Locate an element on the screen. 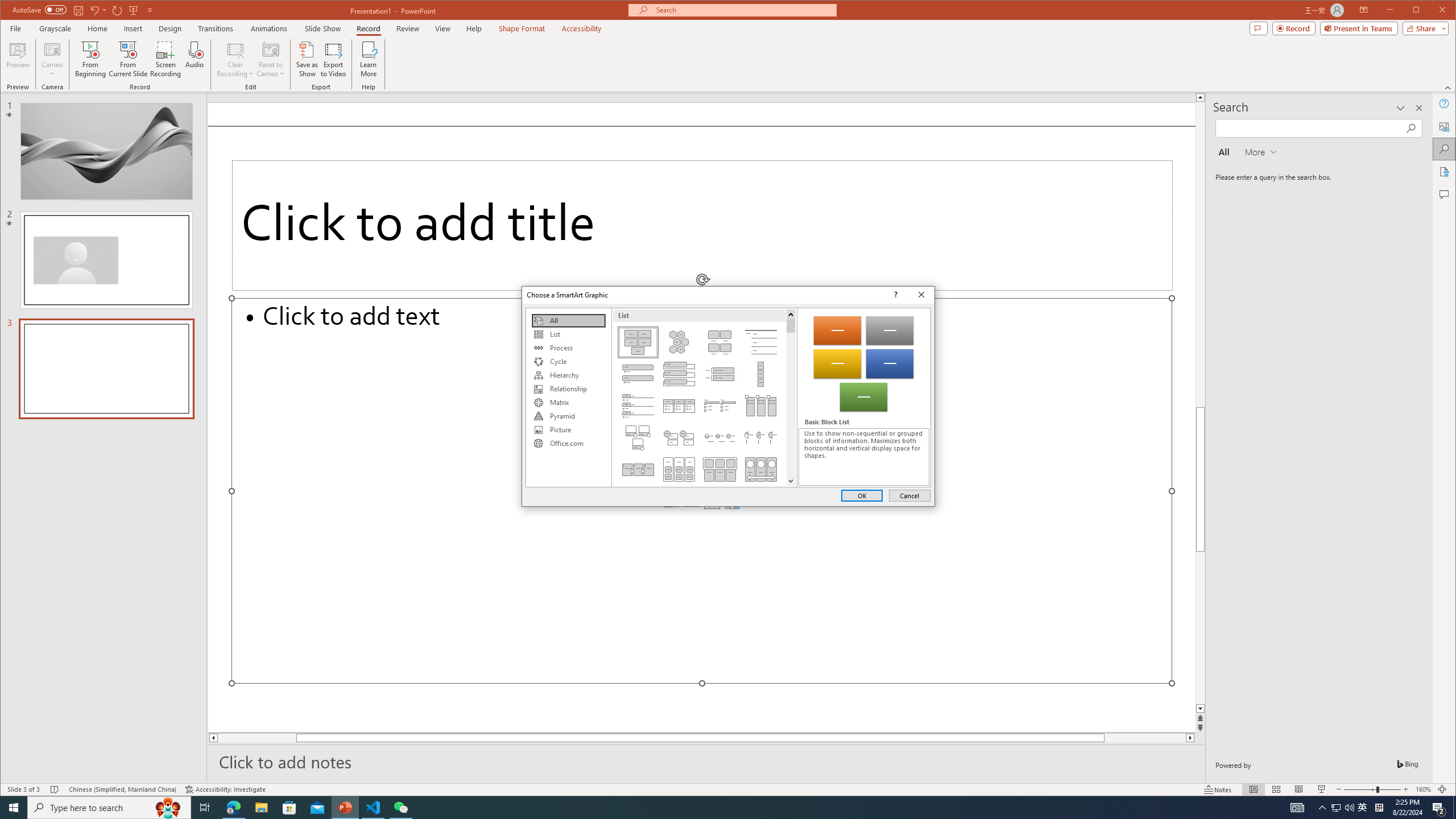 The height and width of the screenshot is (819, 1456). 'Action Center, 2 new notifications' is located at coordinates (1439, 806).